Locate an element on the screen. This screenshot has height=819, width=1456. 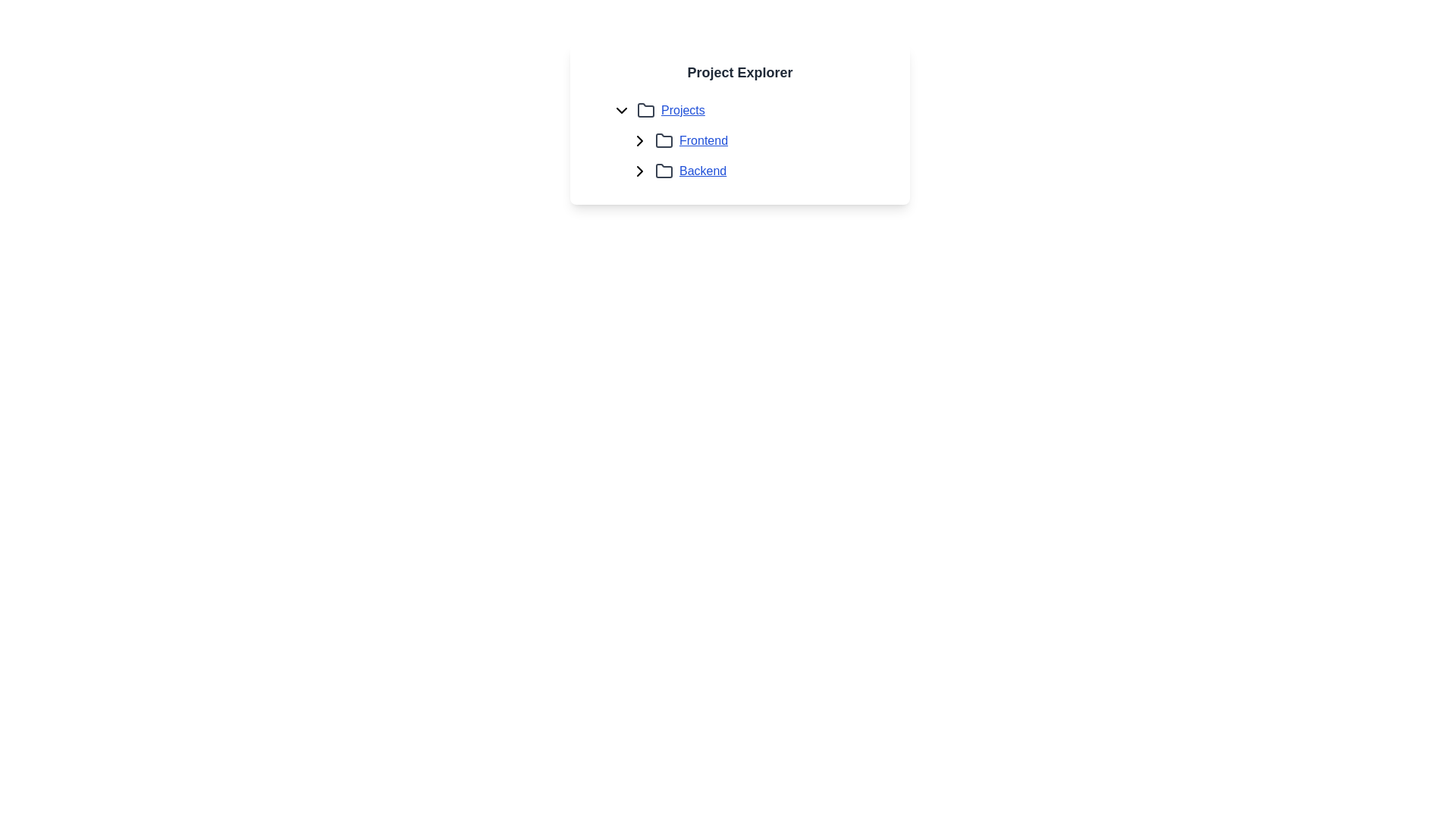
the 'Backend' link is located at coordinates (758, 171).